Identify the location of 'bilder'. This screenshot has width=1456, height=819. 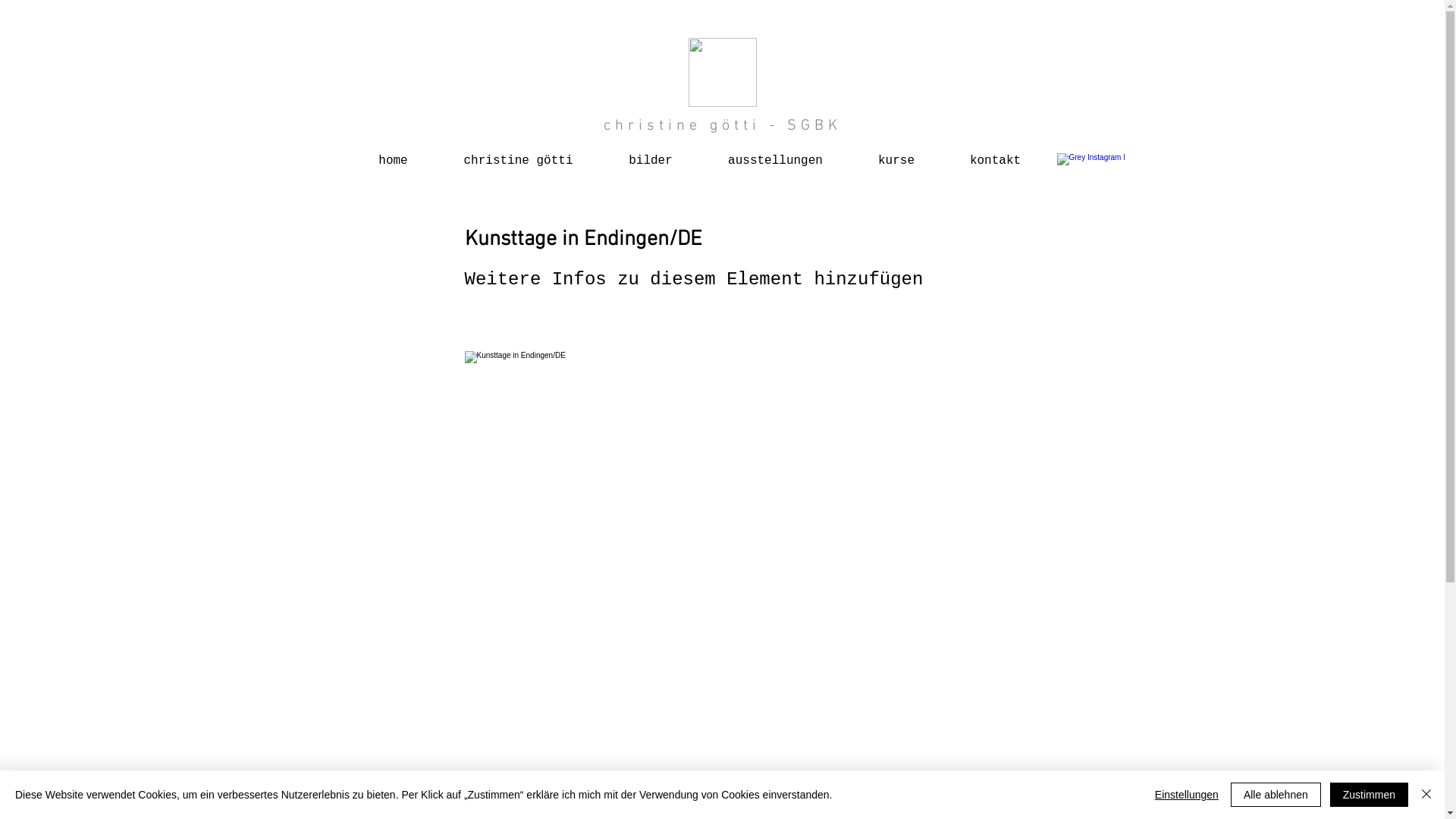
(650, 154).